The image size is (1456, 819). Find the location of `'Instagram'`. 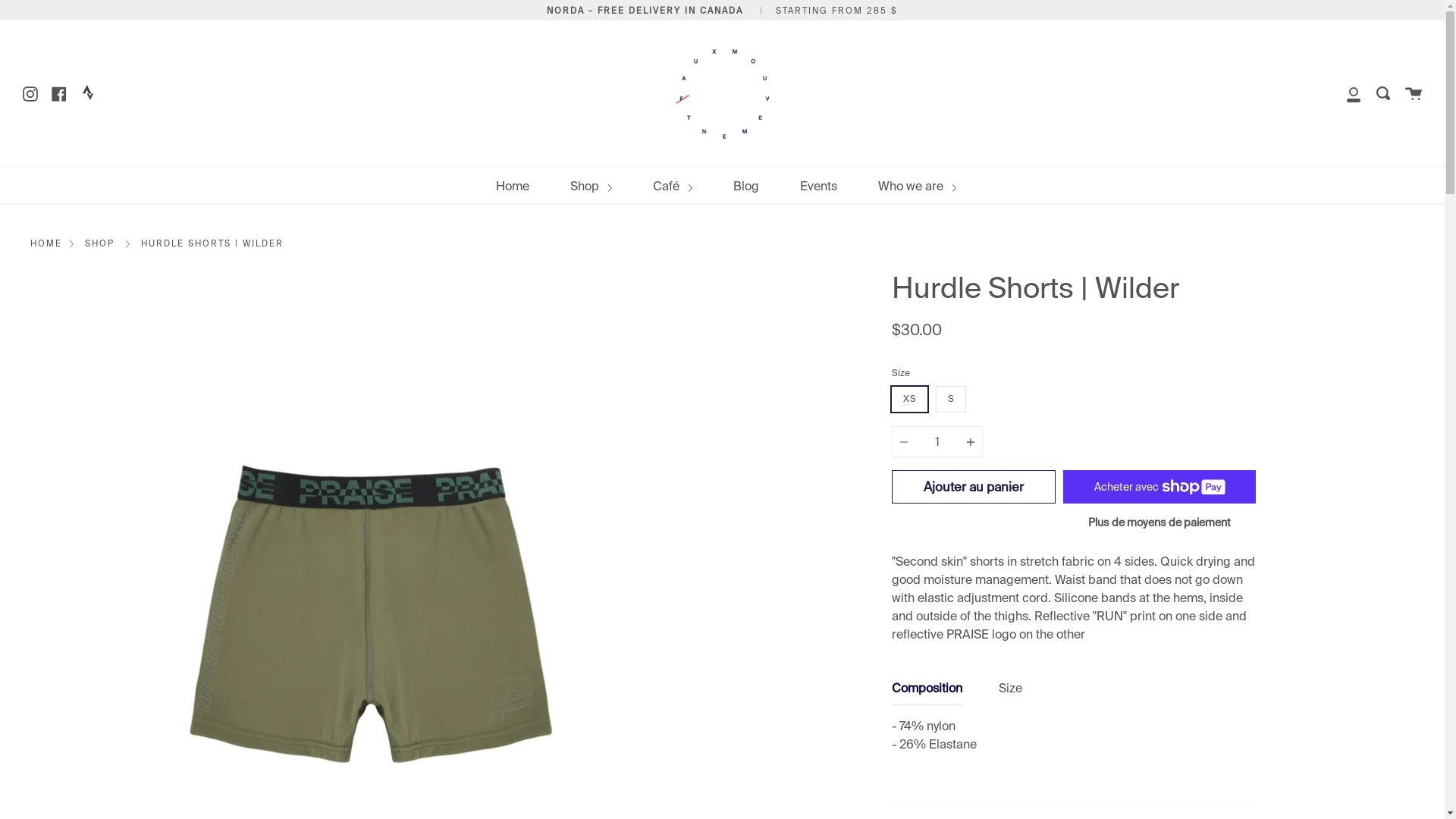

'Instagram' is located at coordinates (30, 93).